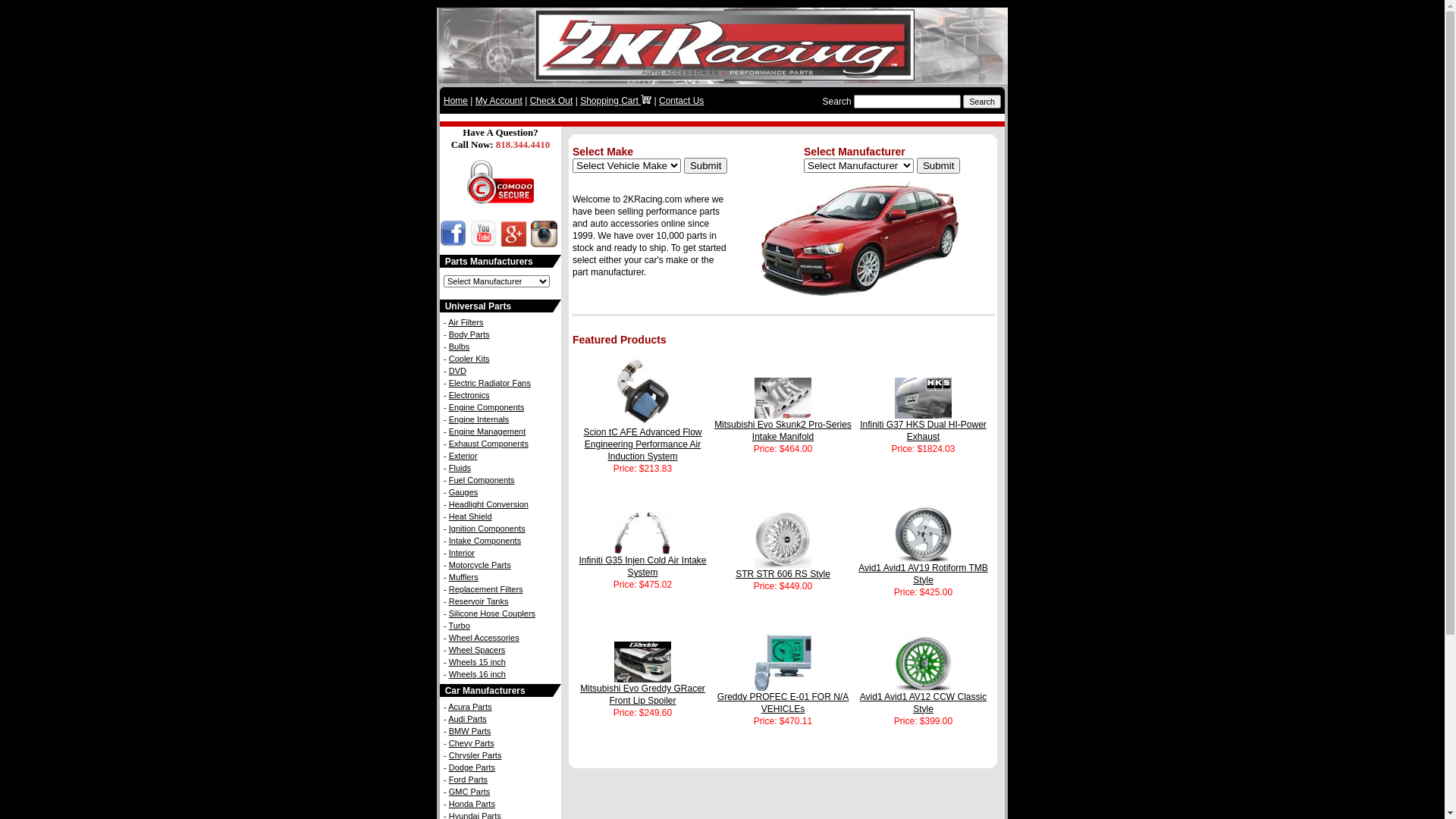  I want to click on 'Mitsubishi Evo Greddy GRacer Front Lip Spoiler', so click(642, 690).